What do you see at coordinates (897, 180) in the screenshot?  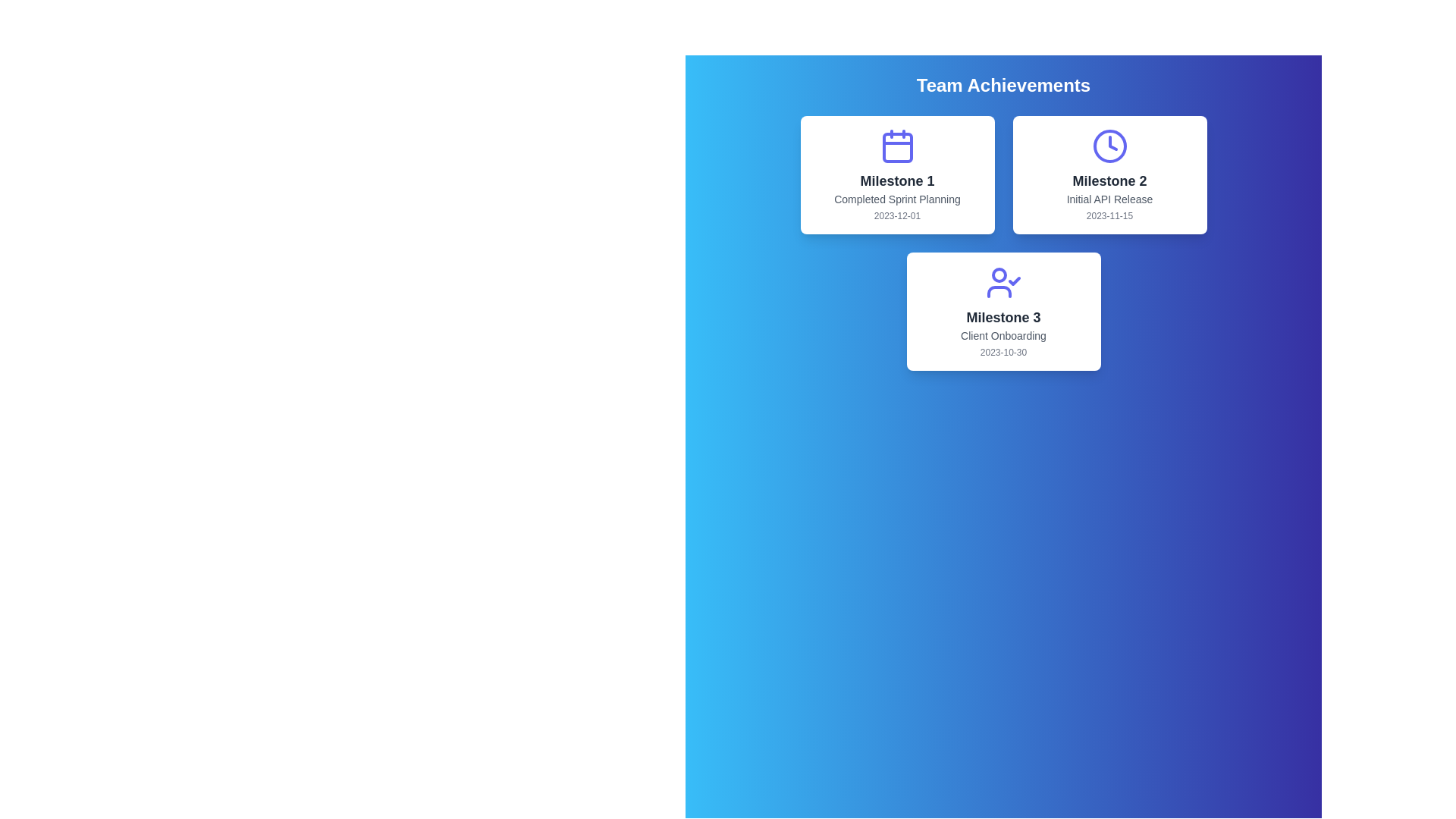 I see `the milestone title label located at the top-left of the grid, which serves as the primary identifier for its card` at bounding box center [897, 180].